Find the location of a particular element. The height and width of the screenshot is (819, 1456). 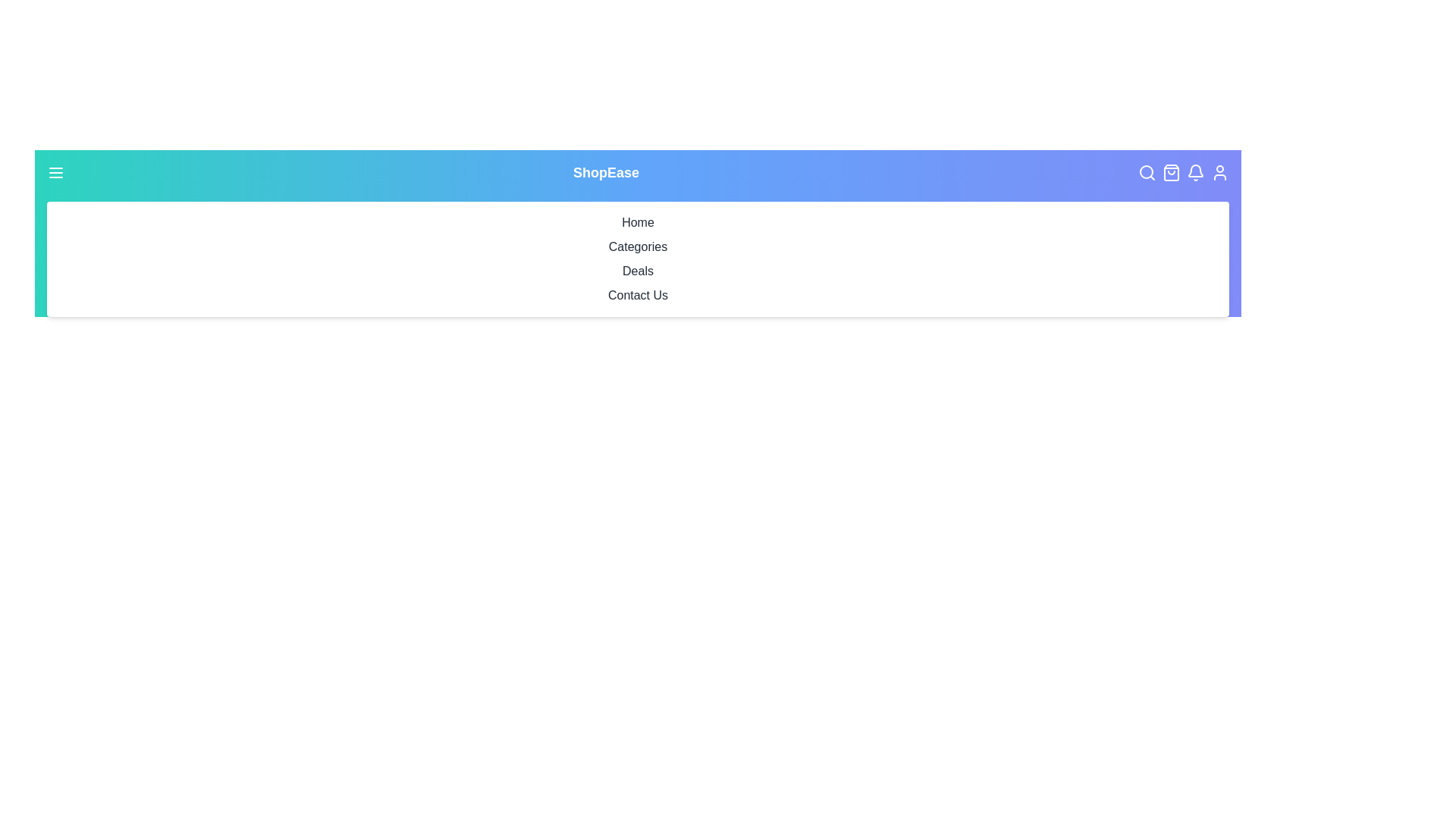

the menu button to toggle the menu visibility is located at coordinates (55, 171).